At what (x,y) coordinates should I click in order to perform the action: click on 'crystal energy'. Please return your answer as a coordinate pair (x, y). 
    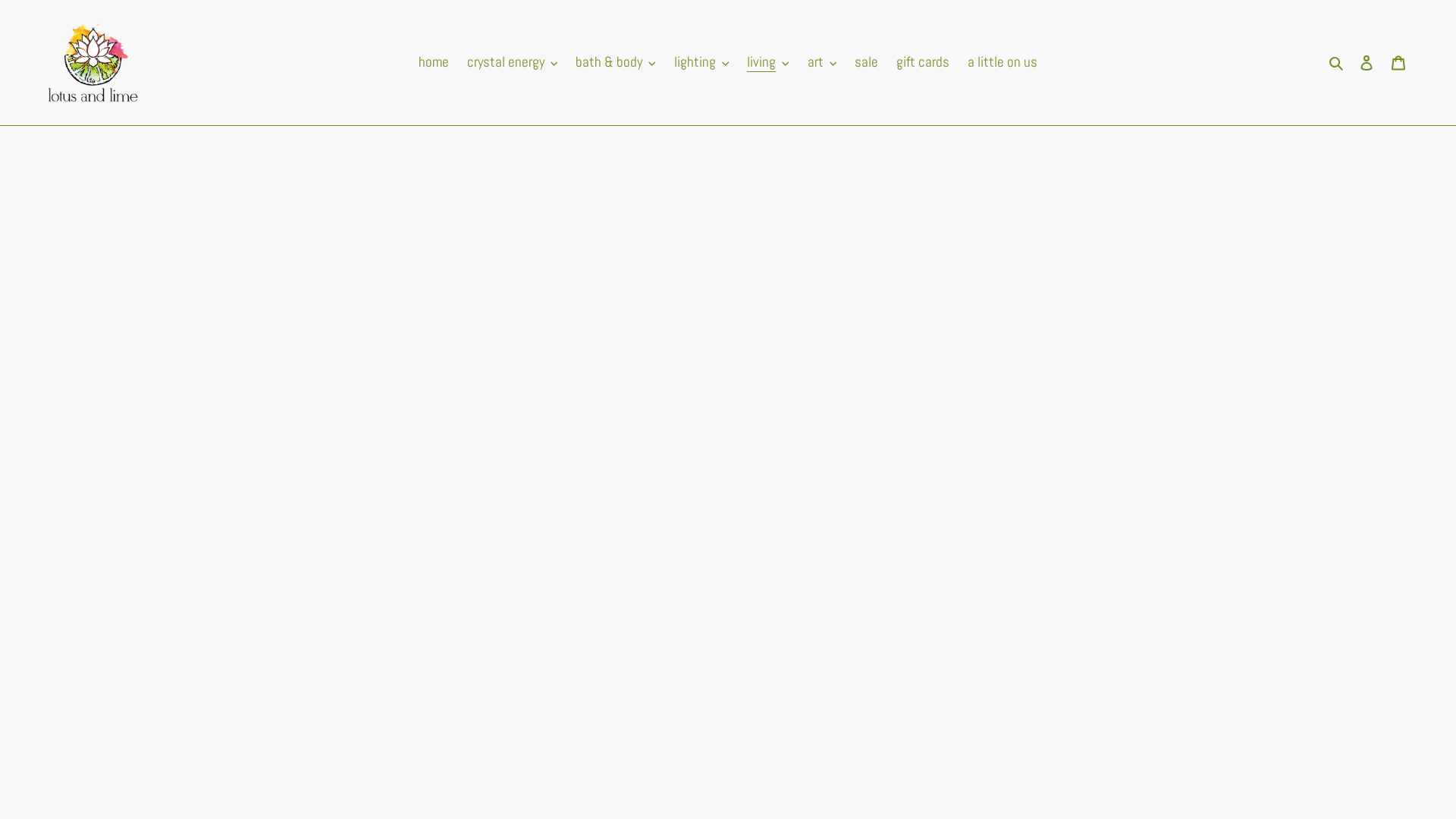
    Looking at the image, I should click on (513, 61).